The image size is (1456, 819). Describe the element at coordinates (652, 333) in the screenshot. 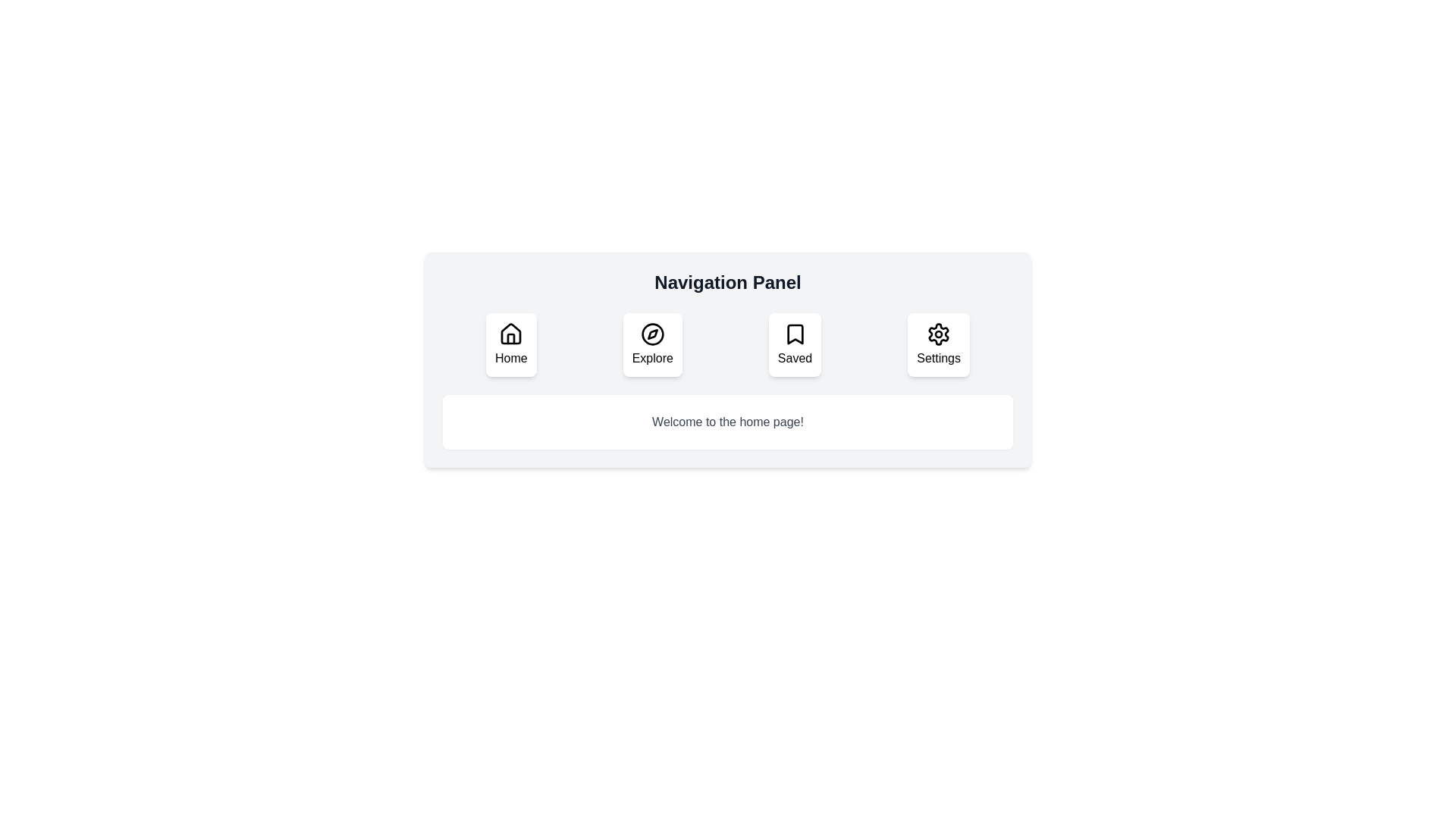

I see `the compass needle graphic element located in the center of the circular emblem inside the 'Explore' button, which is the second button in the navigation panel at the top center of the card` at that location.